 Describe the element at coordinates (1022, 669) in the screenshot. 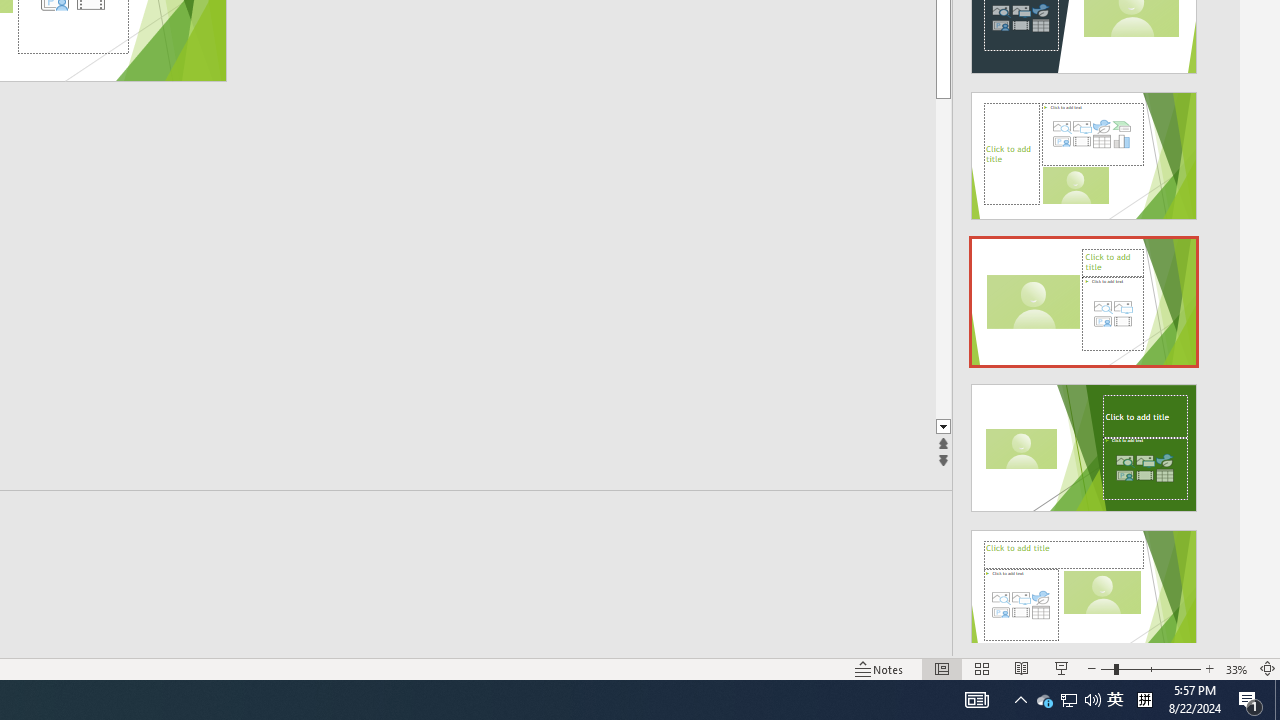

I see `'Reading View'` at that location.